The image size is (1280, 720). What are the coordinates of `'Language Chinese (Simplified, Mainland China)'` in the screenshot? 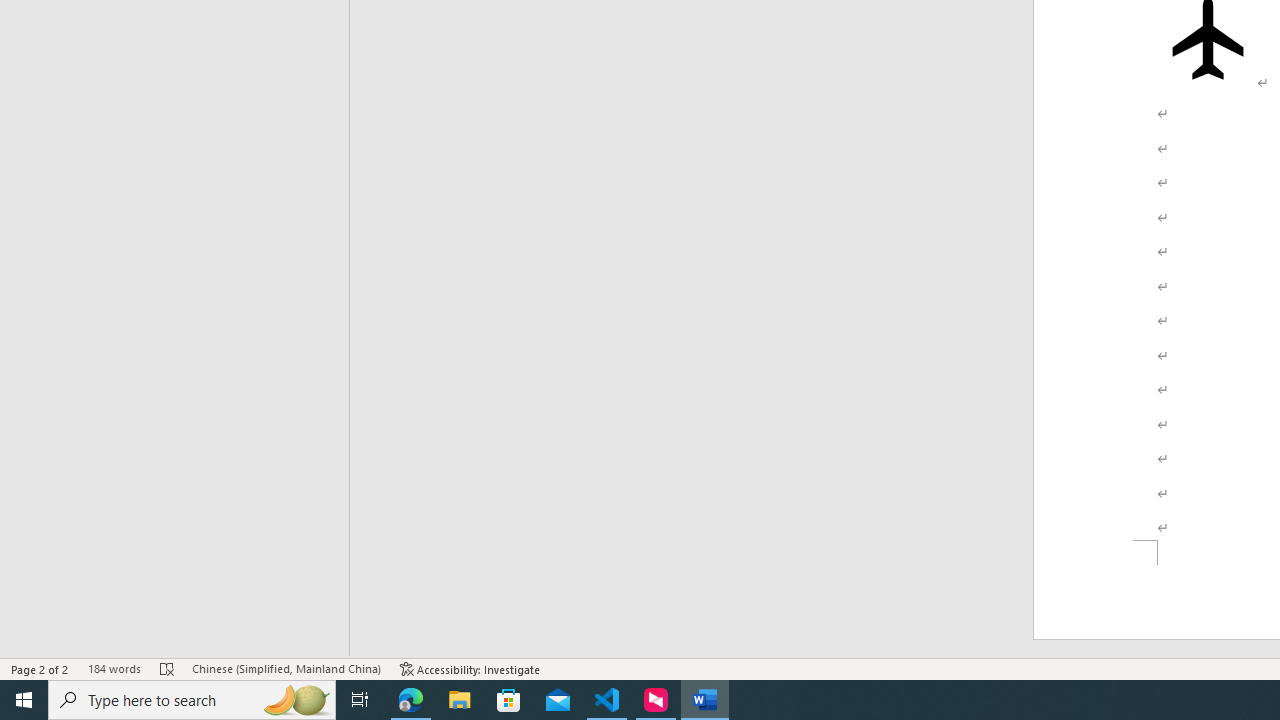 It's located at (285, 669).